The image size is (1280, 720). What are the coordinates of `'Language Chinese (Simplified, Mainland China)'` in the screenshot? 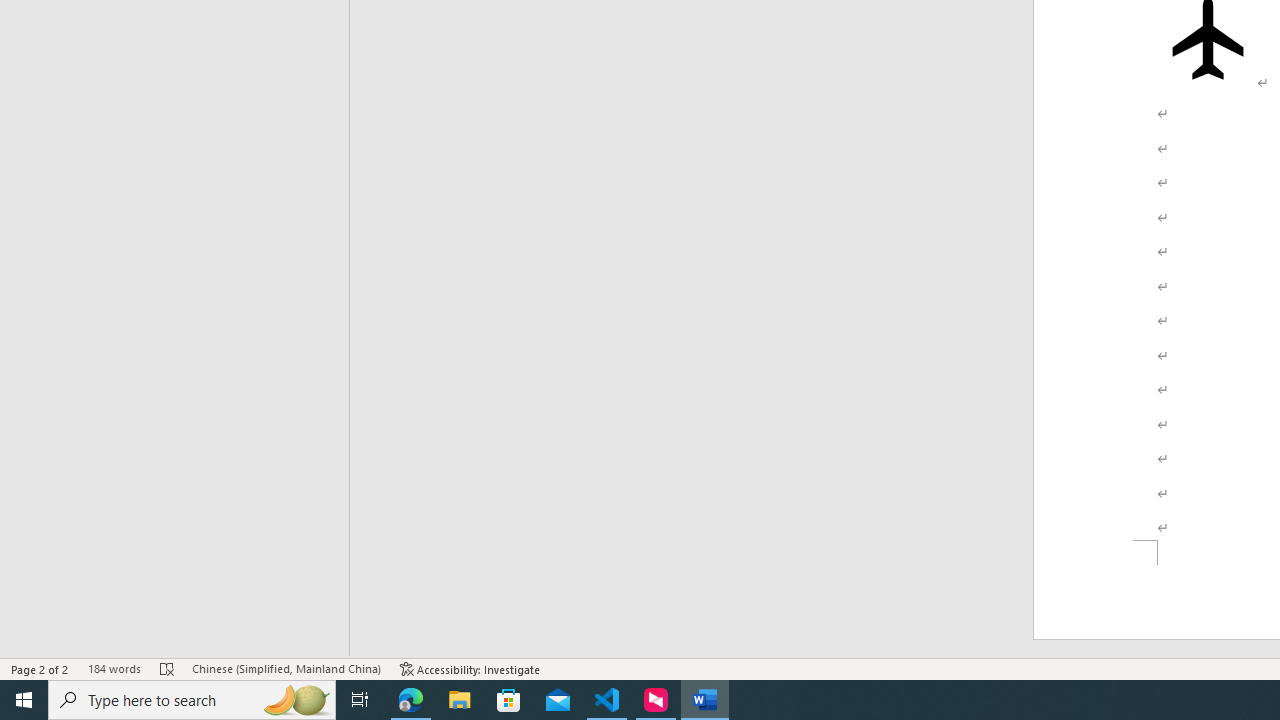 It's located at (285, 669).